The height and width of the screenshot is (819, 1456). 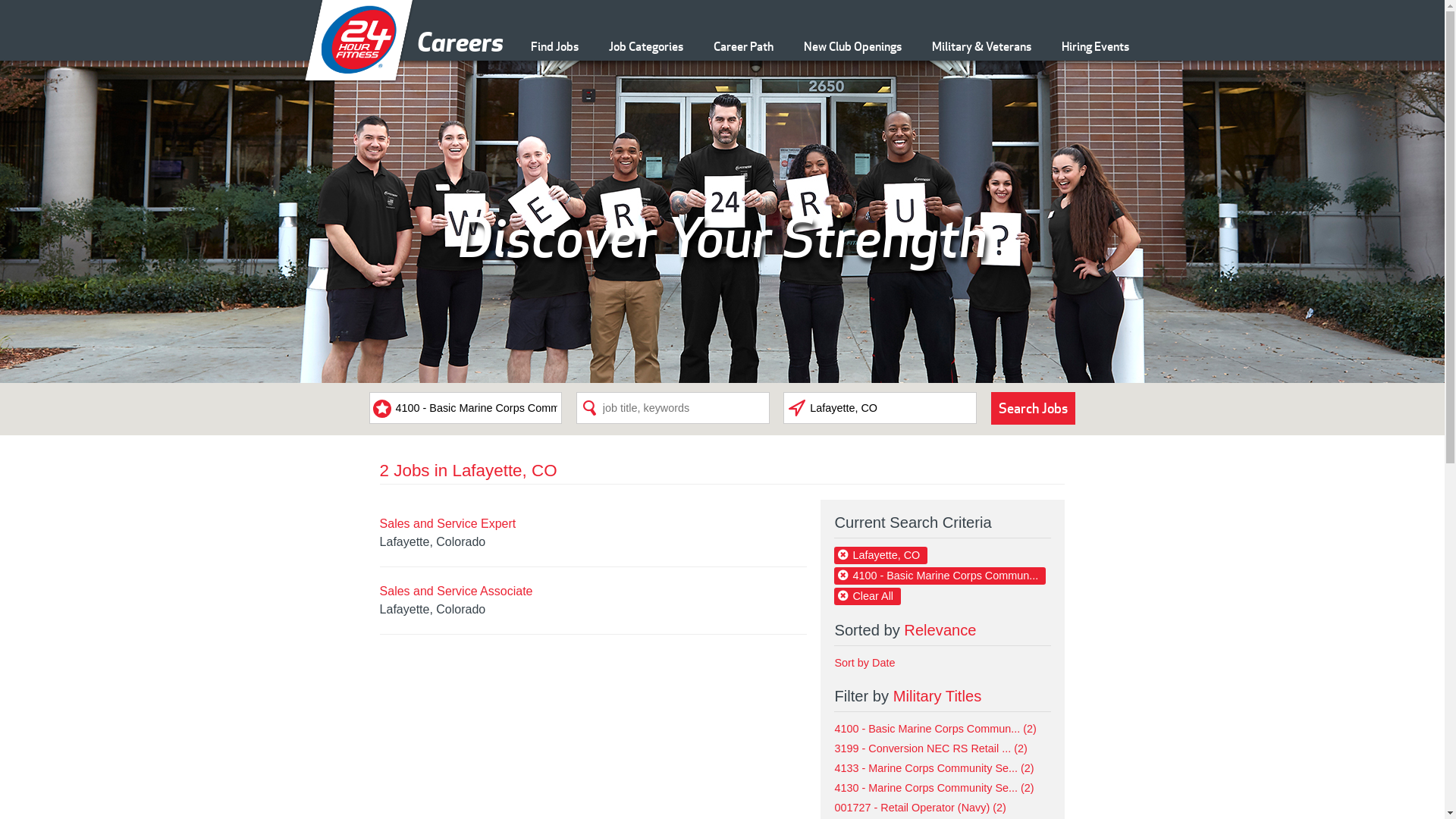 I want to click on '4100 - Basic Marine Corps Commun... (2)', so click(x=934, y=727).